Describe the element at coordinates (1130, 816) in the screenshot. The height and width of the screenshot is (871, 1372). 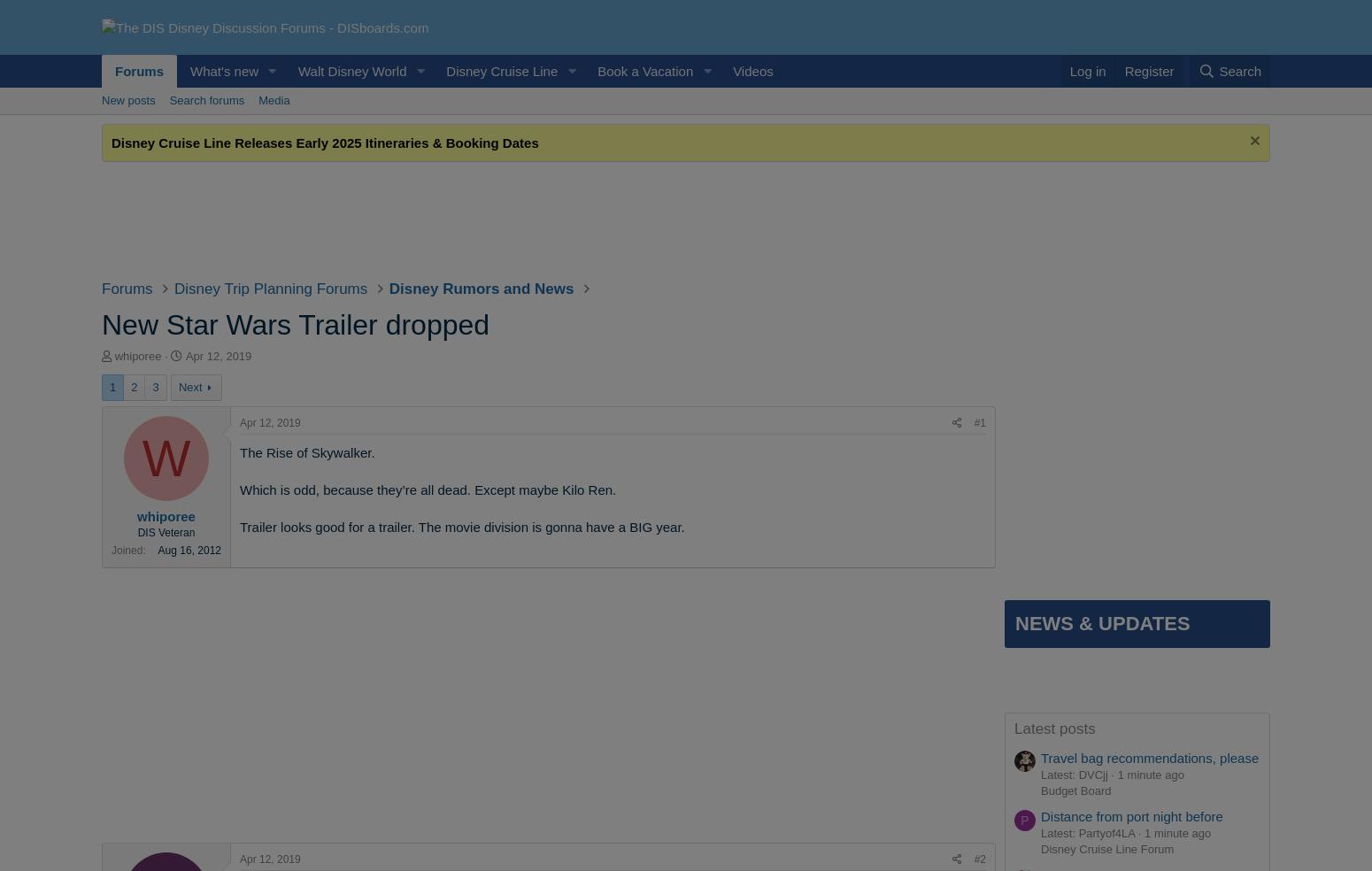
I see `'Distance from port night before'` at that location.